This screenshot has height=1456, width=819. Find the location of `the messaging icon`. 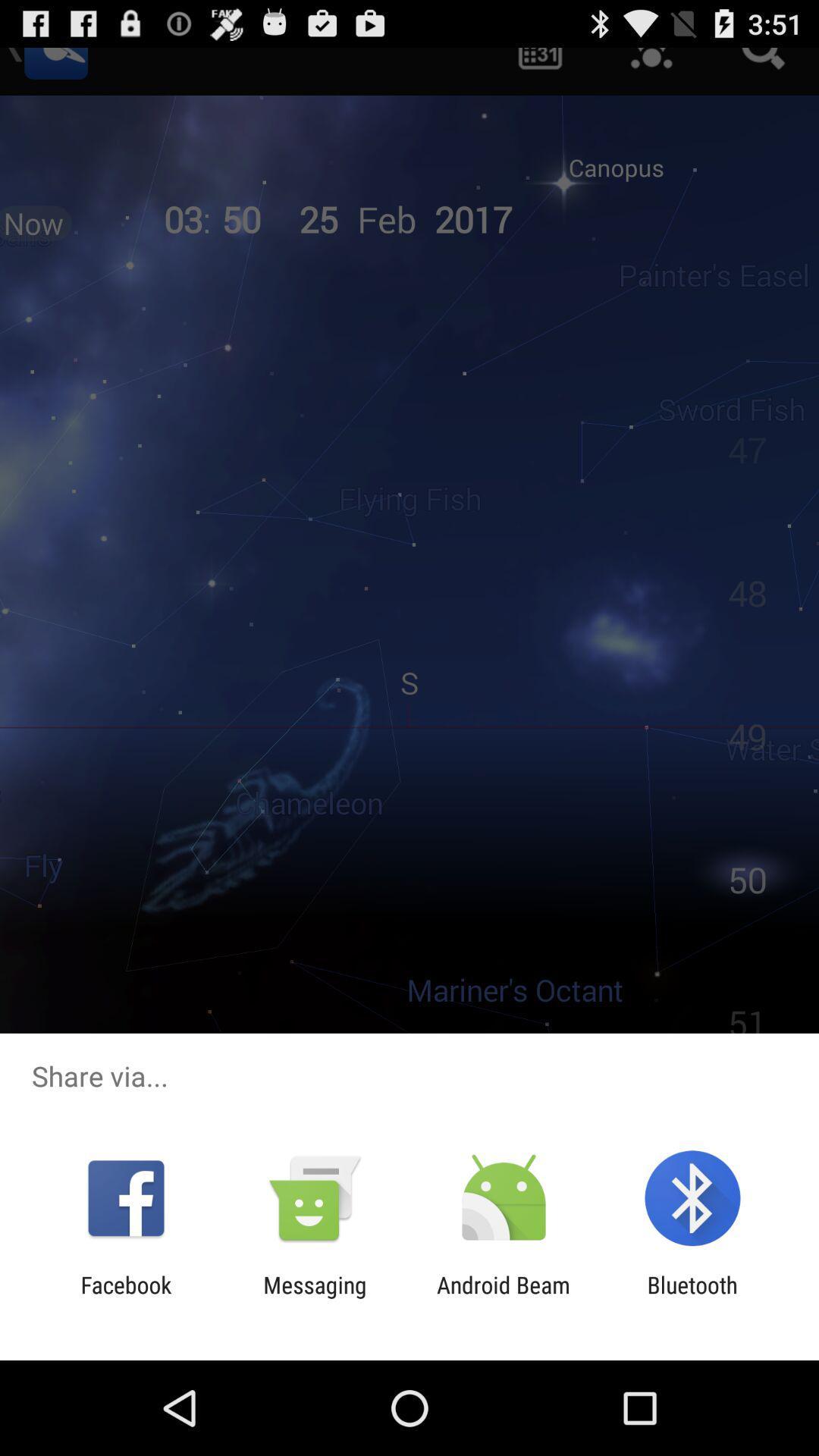

the messaging icon is located at coordinates (314, 1298).